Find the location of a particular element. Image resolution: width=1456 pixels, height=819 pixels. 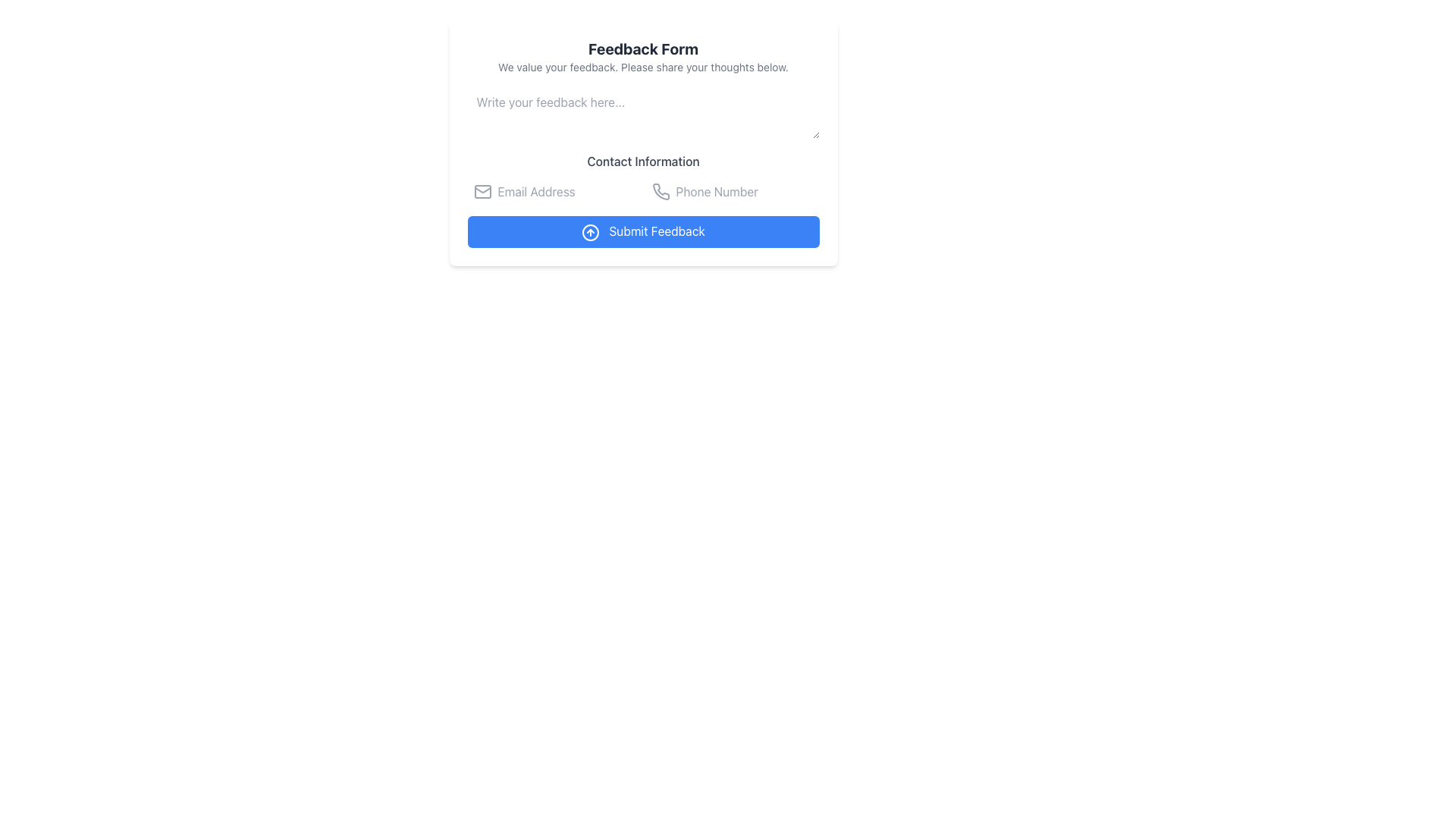

the informational text that guides the user to provide feedback, located below the 'Feedback Form' title and above the text input field is located at coordinates (643, 66).